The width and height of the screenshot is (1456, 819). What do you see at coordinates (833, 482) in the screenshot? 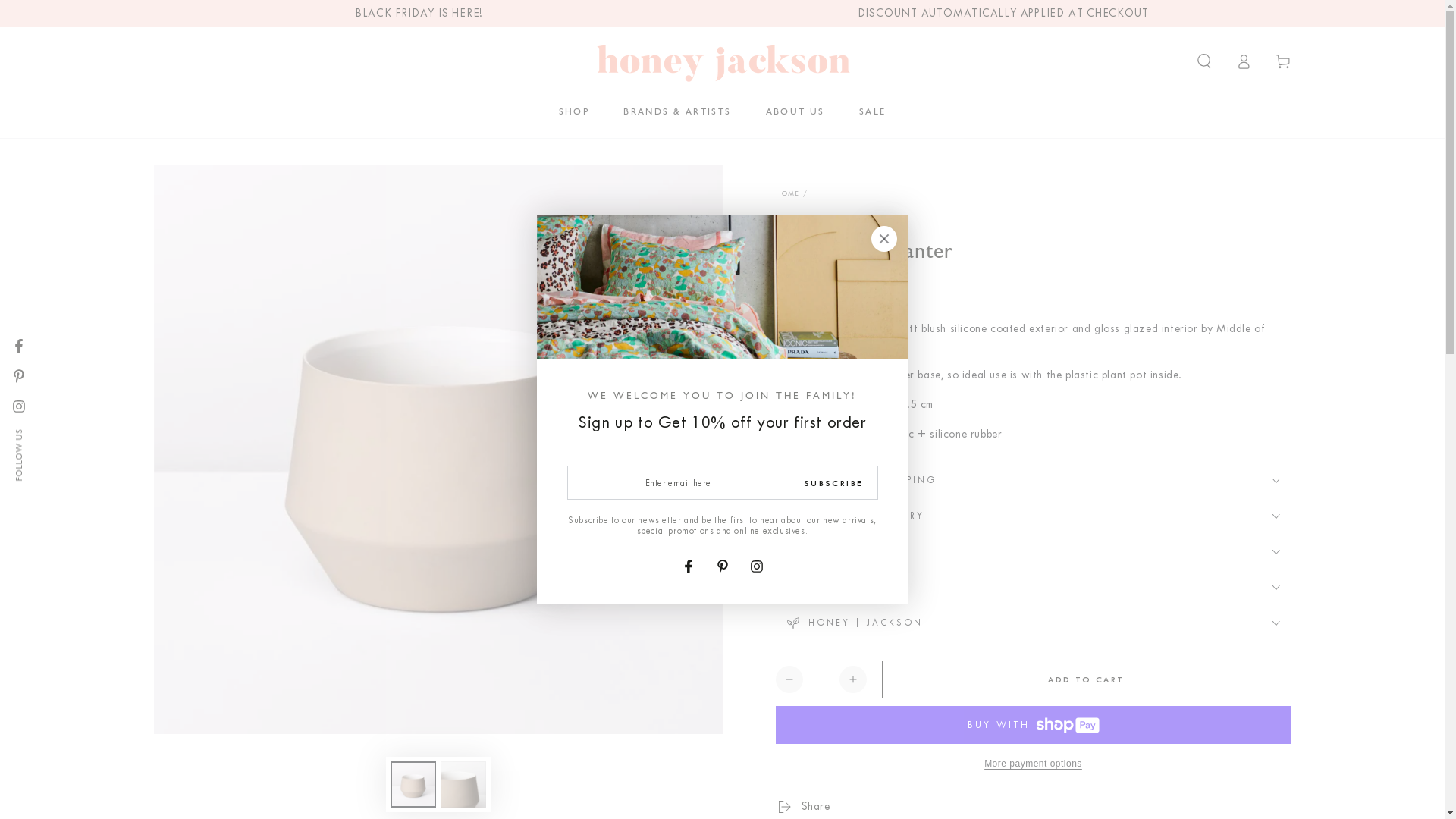
I see `'SUBSCRIBE'` at bounding box center [833, 482].